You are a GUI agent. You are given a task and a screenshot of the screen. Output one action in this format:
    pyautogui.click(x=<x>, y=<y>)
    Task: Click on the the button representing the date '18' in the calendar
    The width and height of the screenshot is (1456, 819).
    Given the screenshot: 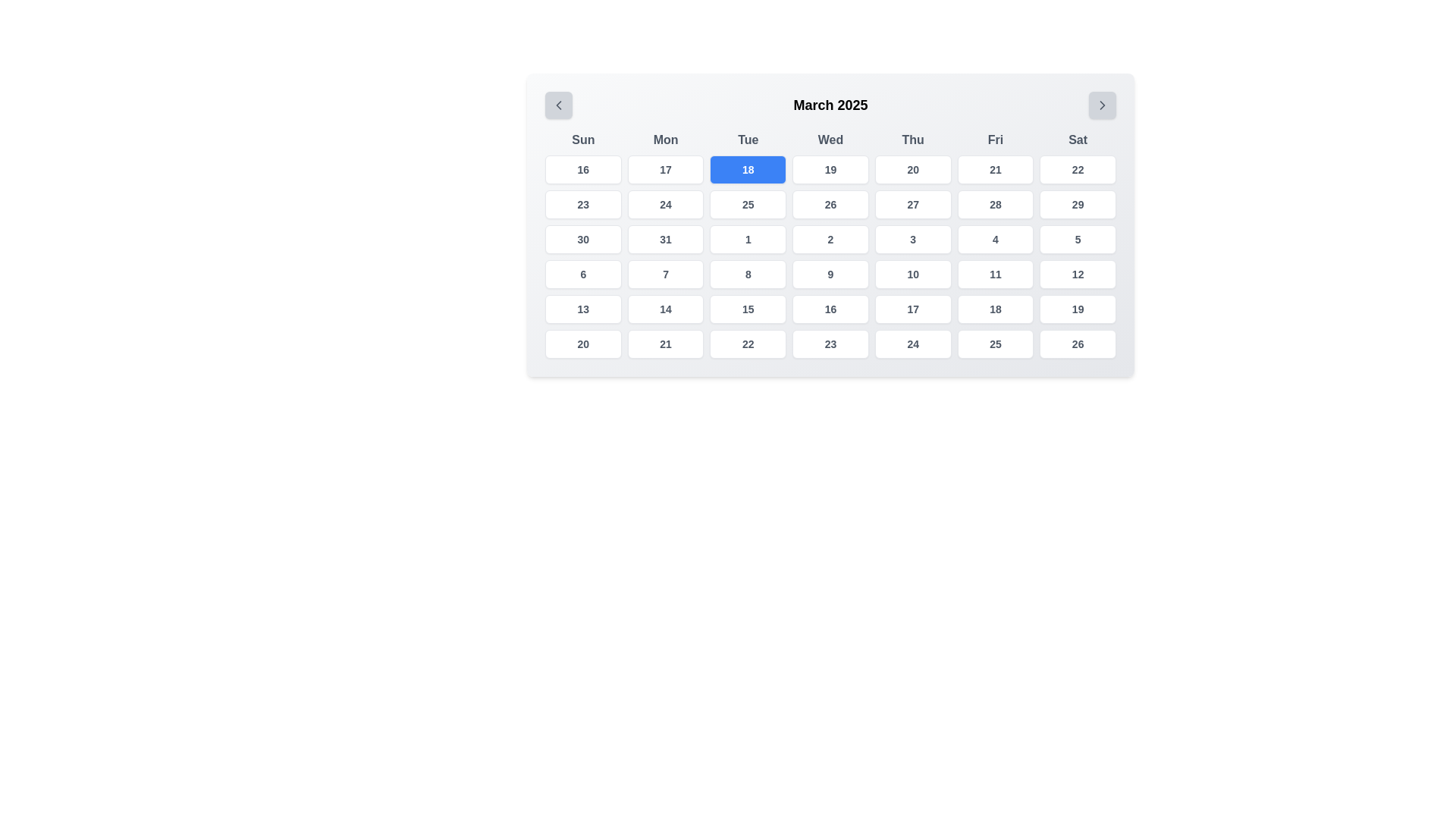 What is the action you would take?
    pyautogui.click(x=748, y=169)
    